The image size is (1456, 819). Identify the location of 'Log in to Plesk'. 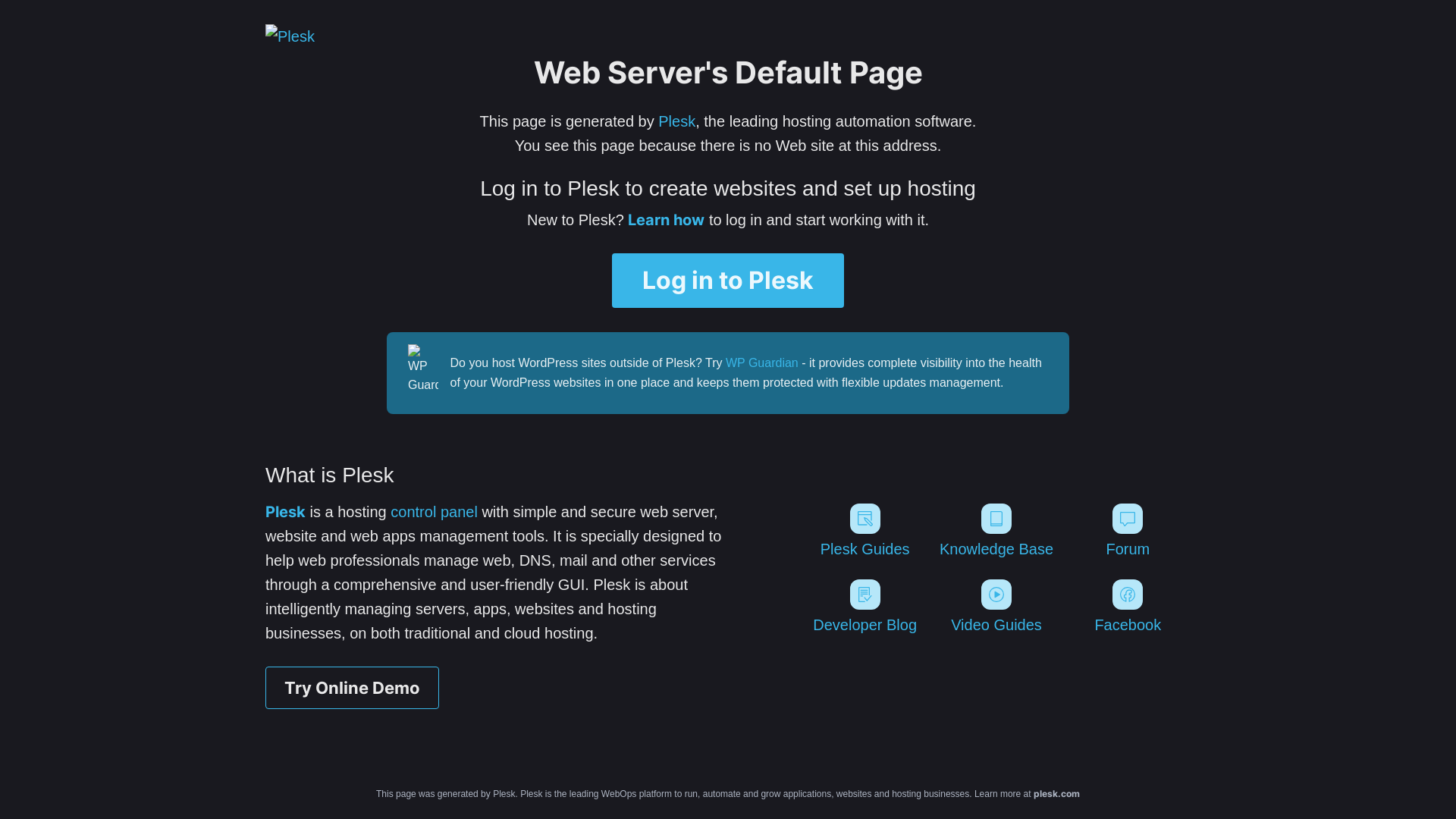
(728, 281).